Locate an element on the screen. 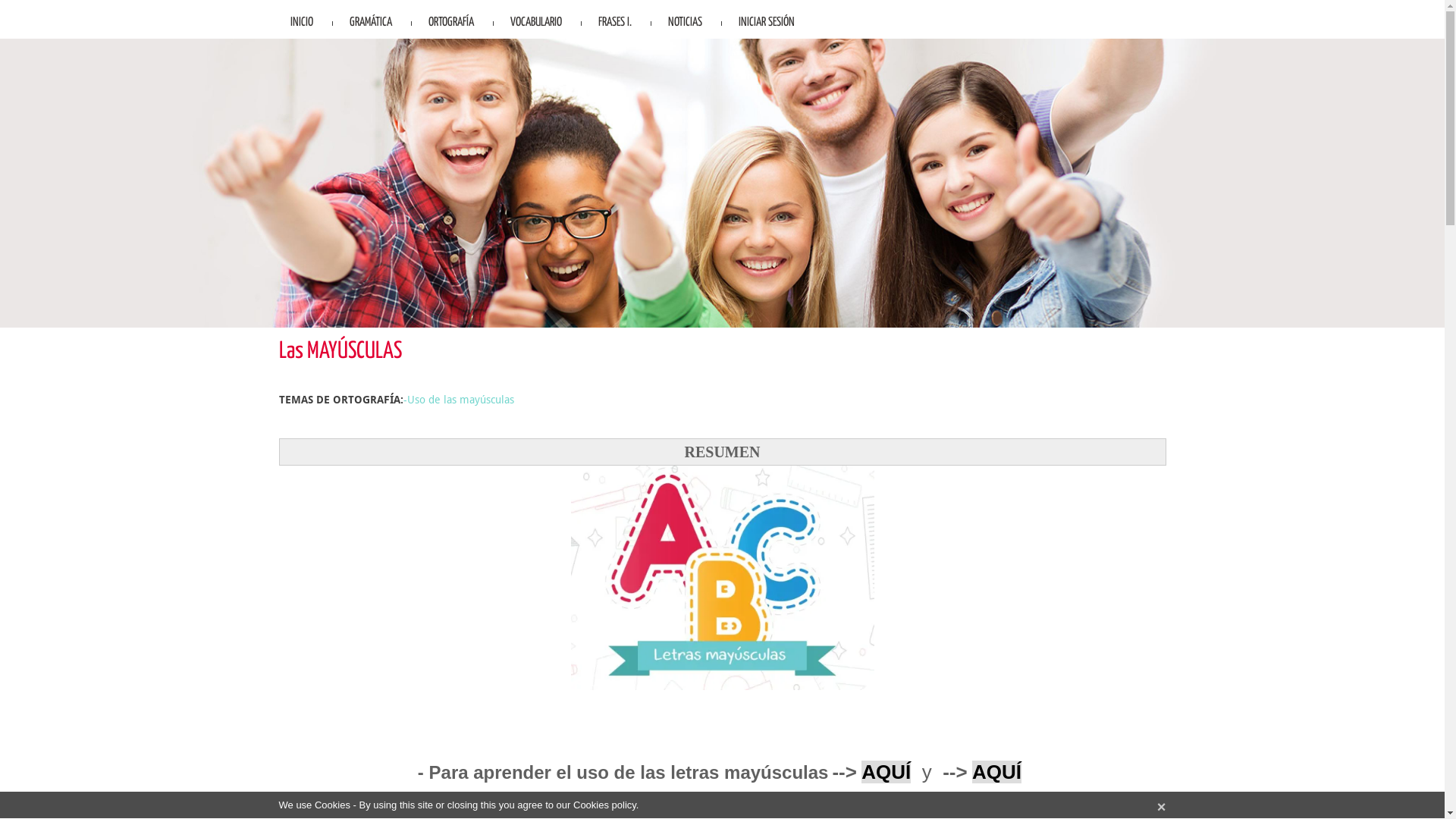  'Skip to navigation' is located at coordinates (42, 0).